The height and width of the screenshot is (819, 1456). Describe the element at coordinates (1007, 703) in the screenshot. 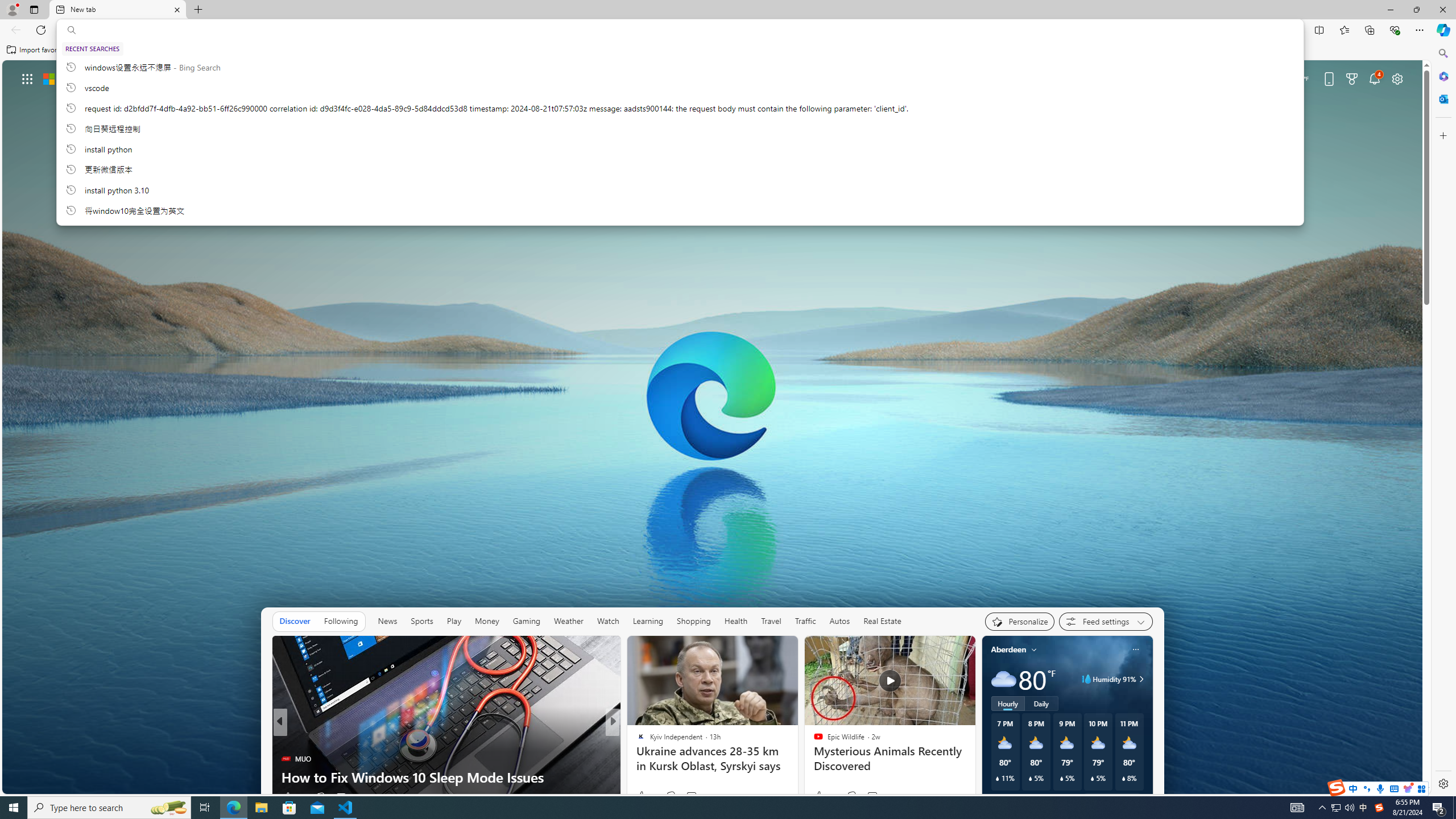

I see `'Hourly'` at that location.